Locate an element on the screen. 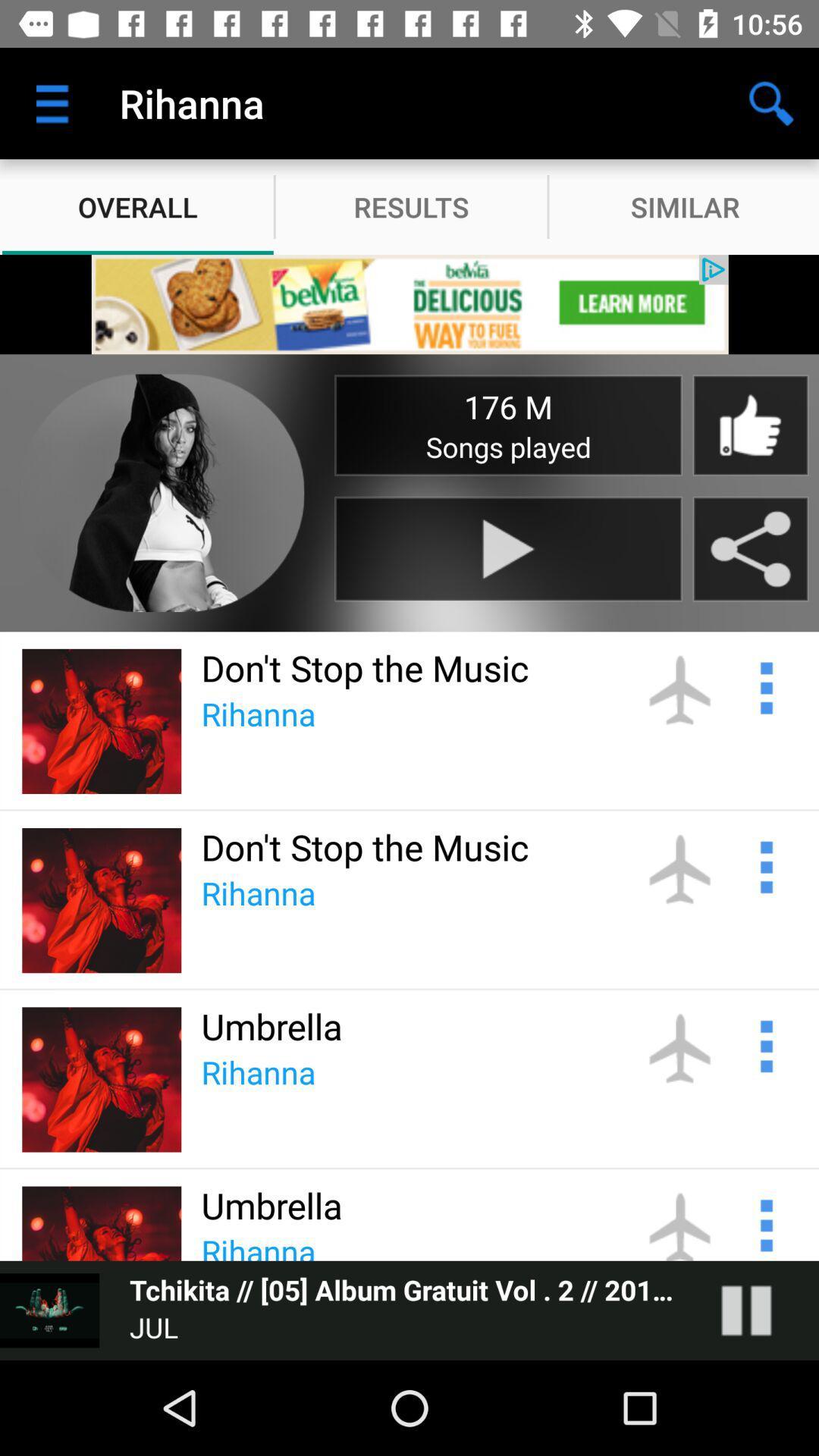  g to share button is located at coordinates (751, 548).